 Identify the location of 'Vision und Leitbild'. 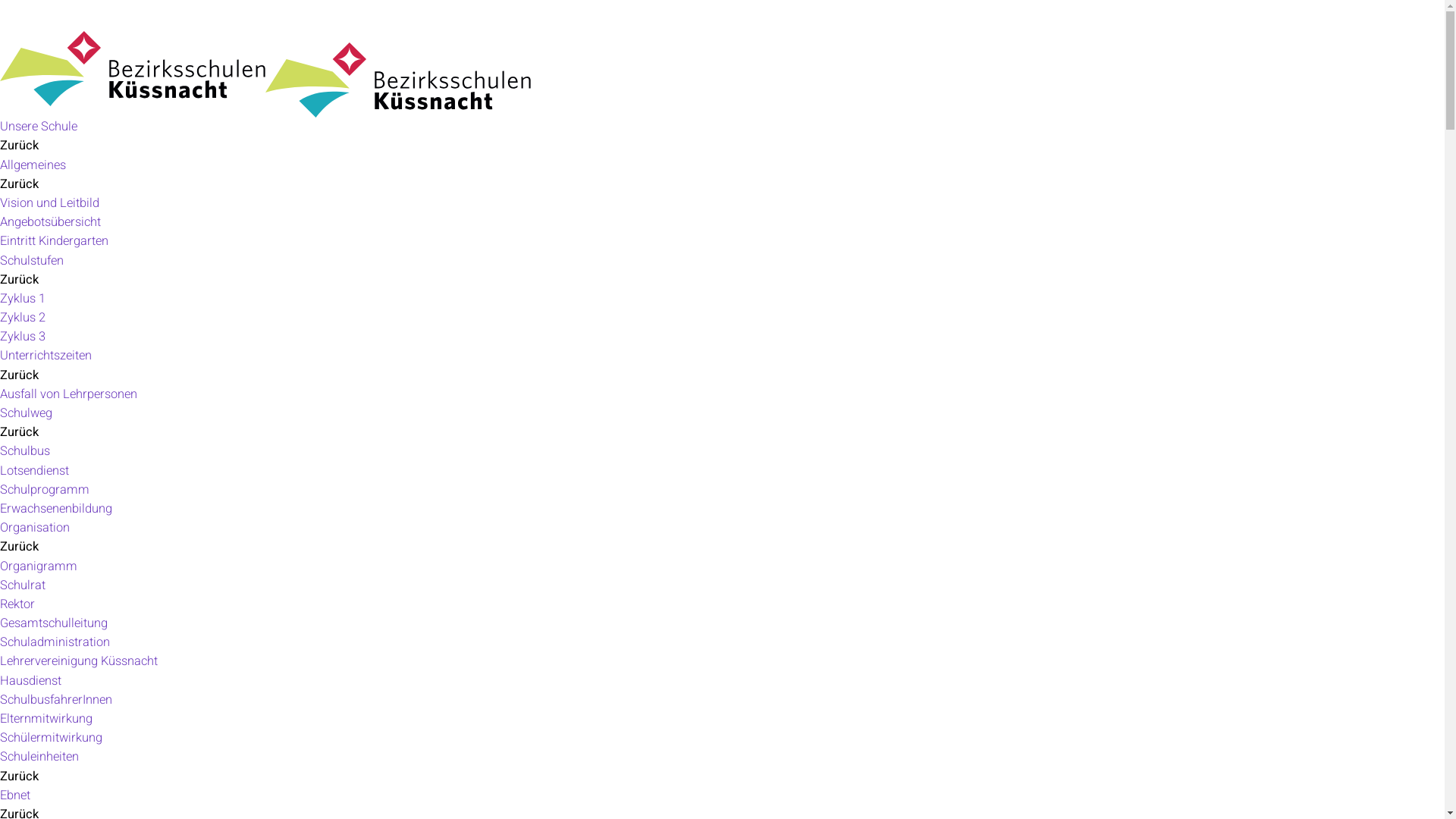
(49, 202).